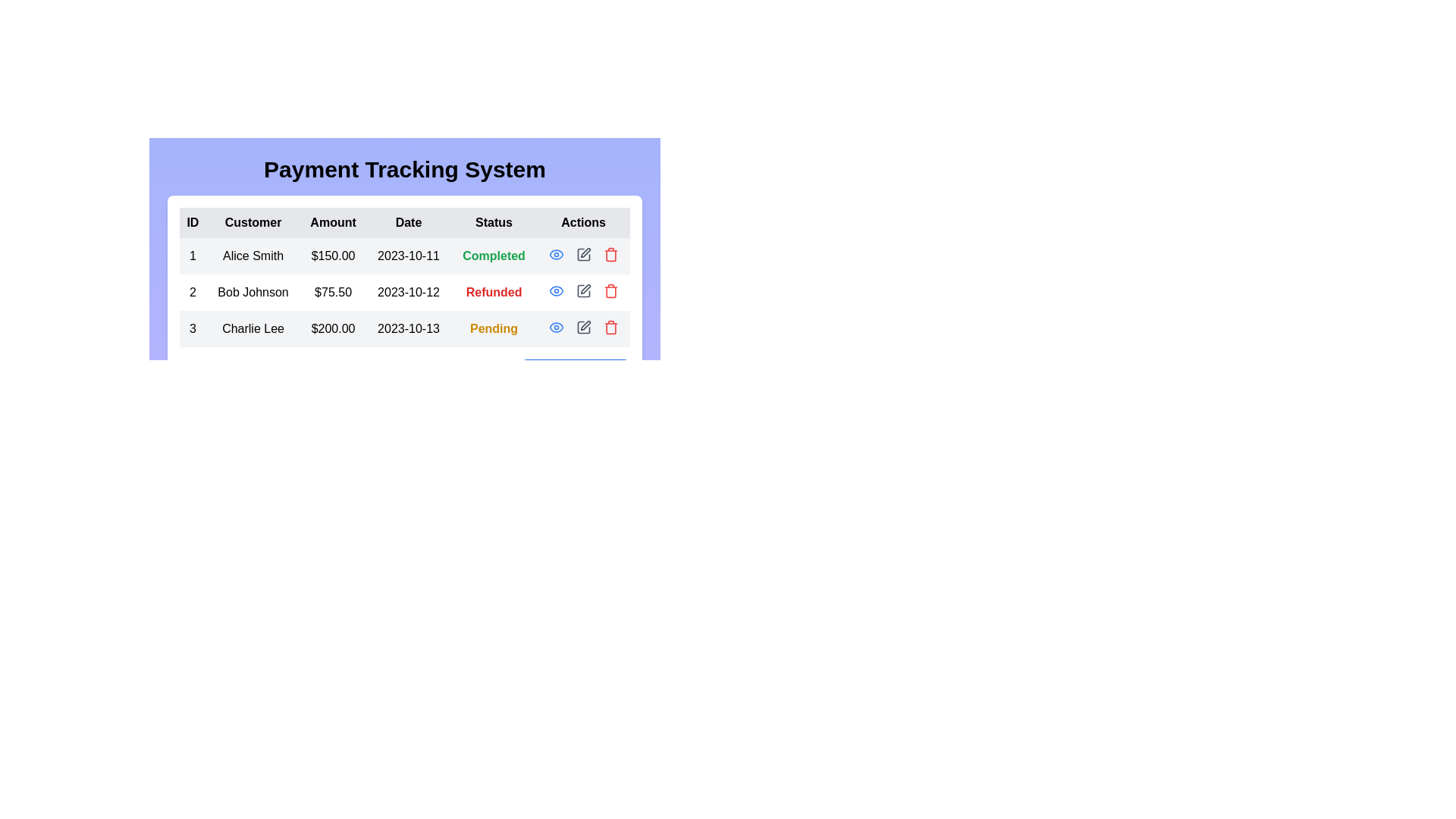  Describe the element at coordinates (253, 256) in the screenshot. I see `the text label displaying the customer name 'Alice Smith' located in the 'Customer' column of the first row of the transaction table` at that location.